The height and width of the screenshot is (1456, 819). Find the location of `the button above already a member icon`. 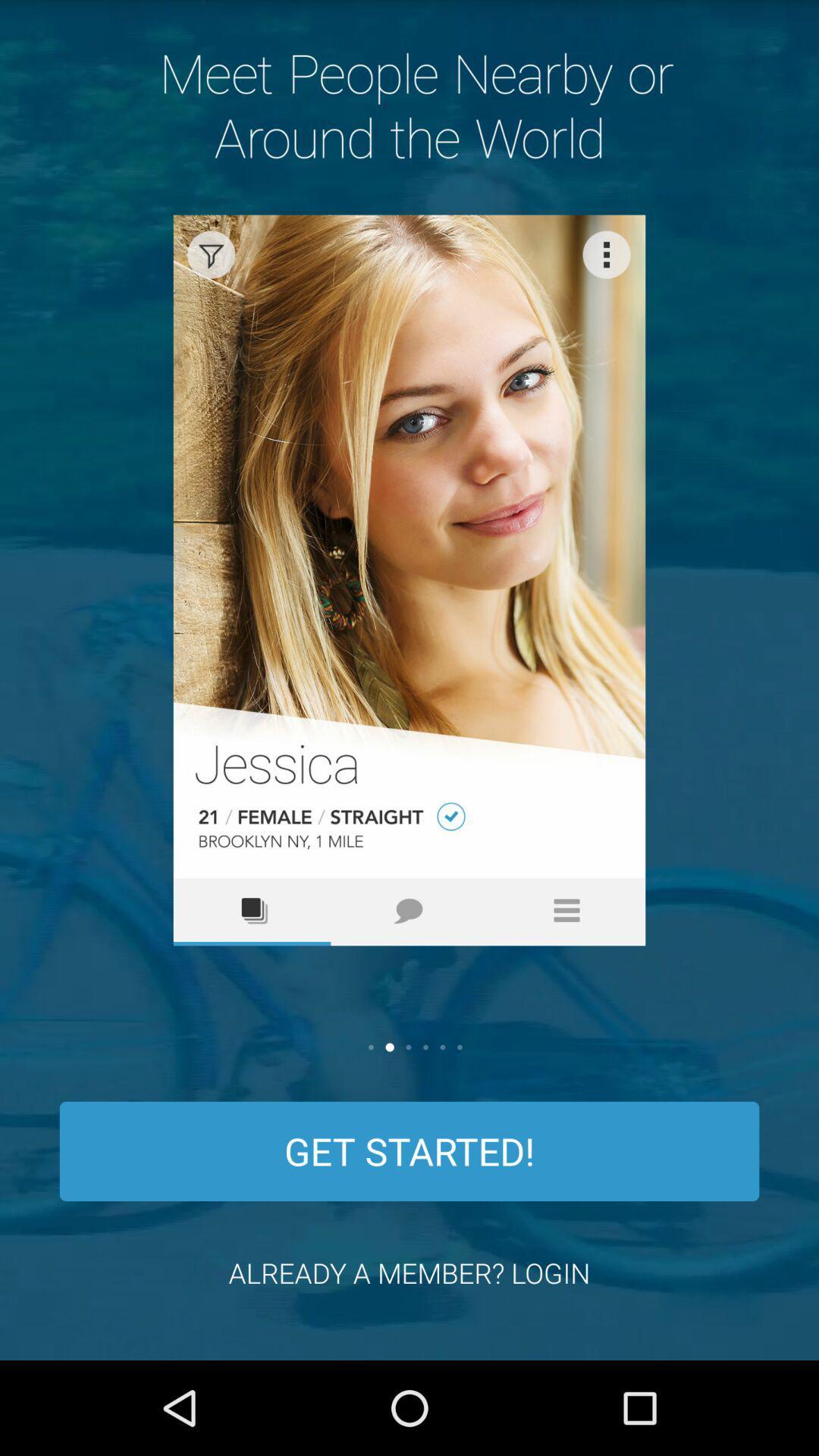

the button above already a member icon is located at coordinates (409, 1151).